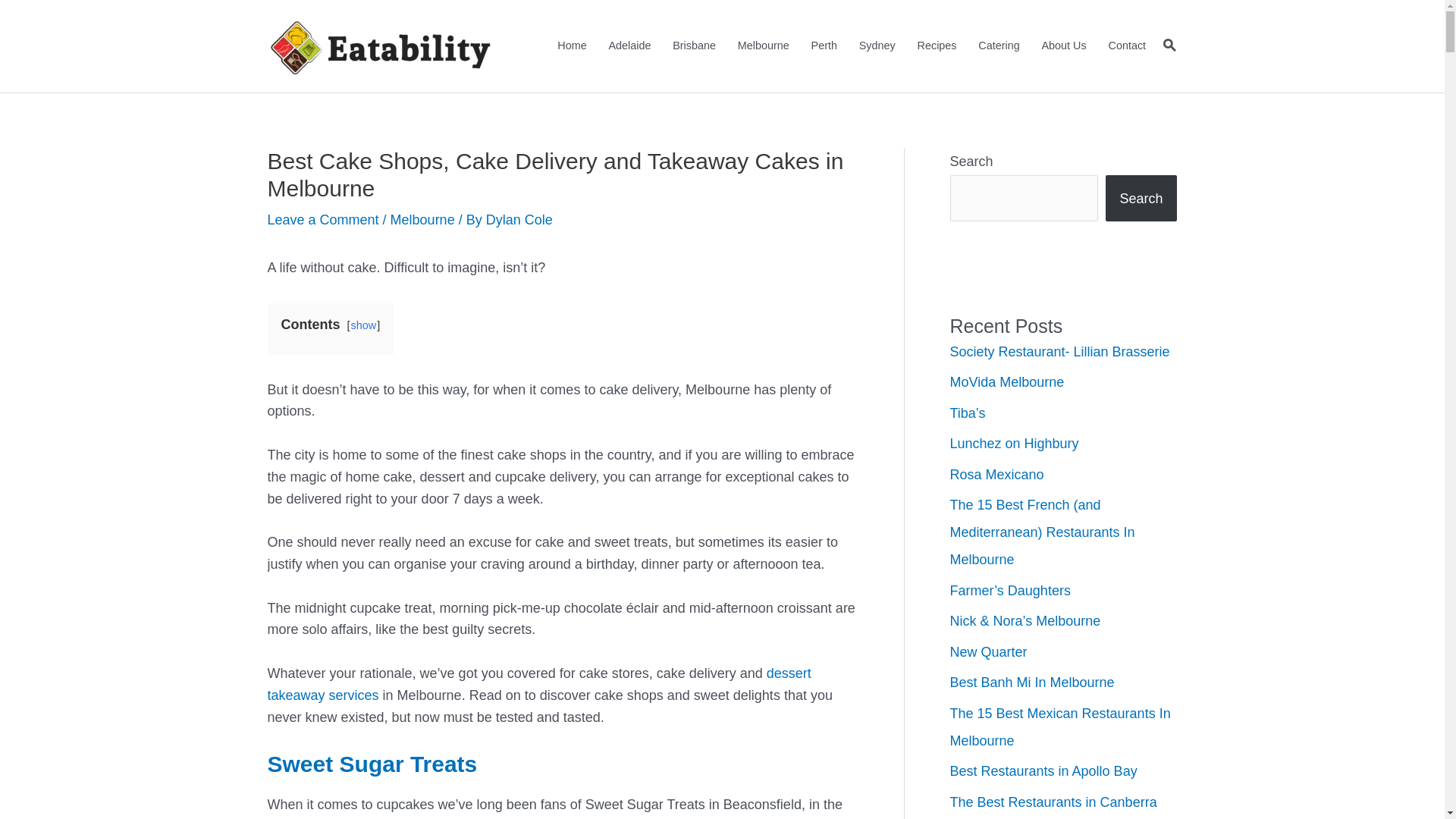 This screenshot has width=1456, height=819. Describe the element at coordinates (1058, 351) in the screenshot. I see `'Society Restaurant- Lillian Brasserie'` at that location.